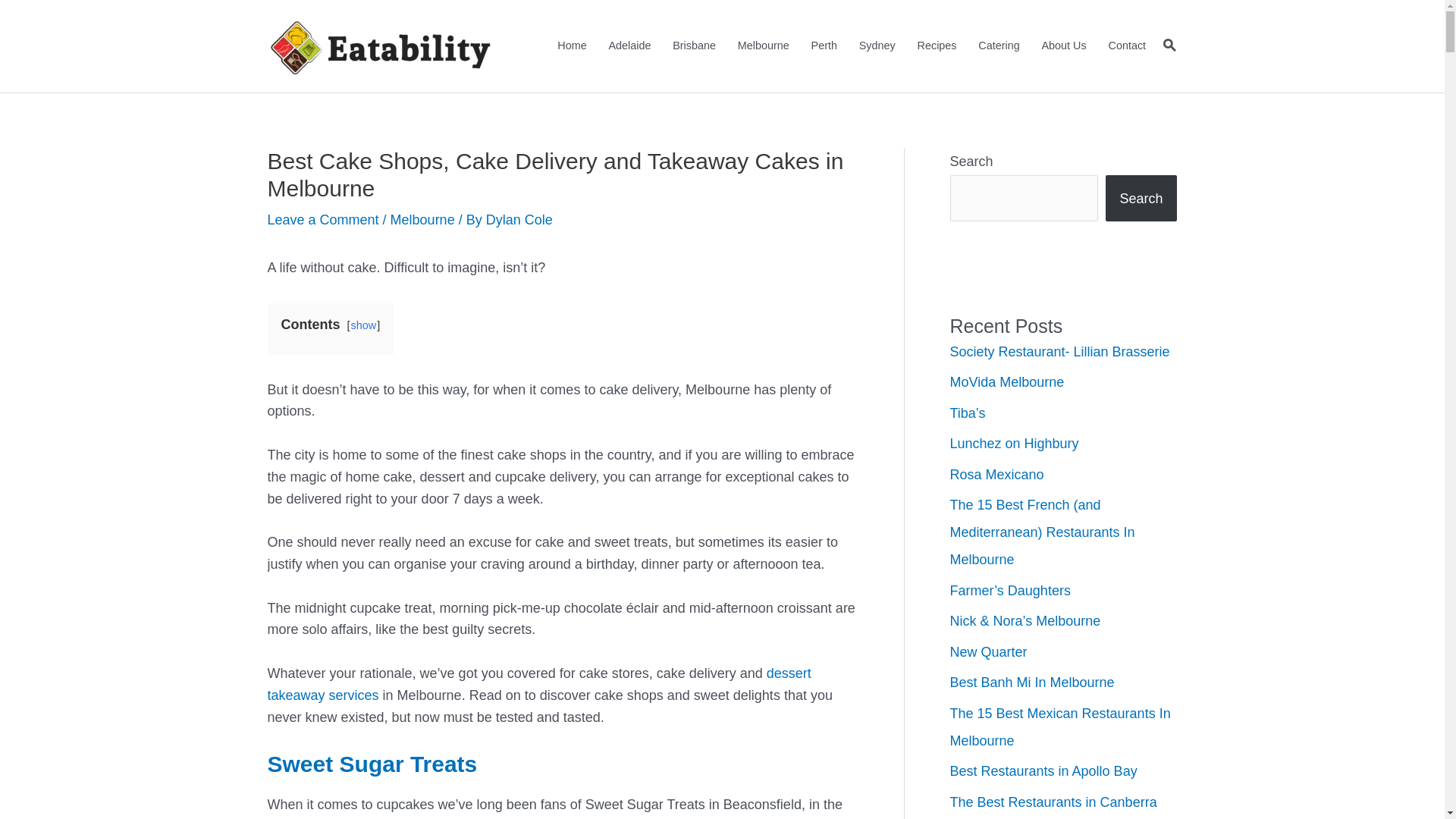 This screenshot has width=1456, height=819. Describe the element at coordinates (1058, 351) in the screenshot. I see `'Society Restaurant- Lillian Brasserie'` at that location.